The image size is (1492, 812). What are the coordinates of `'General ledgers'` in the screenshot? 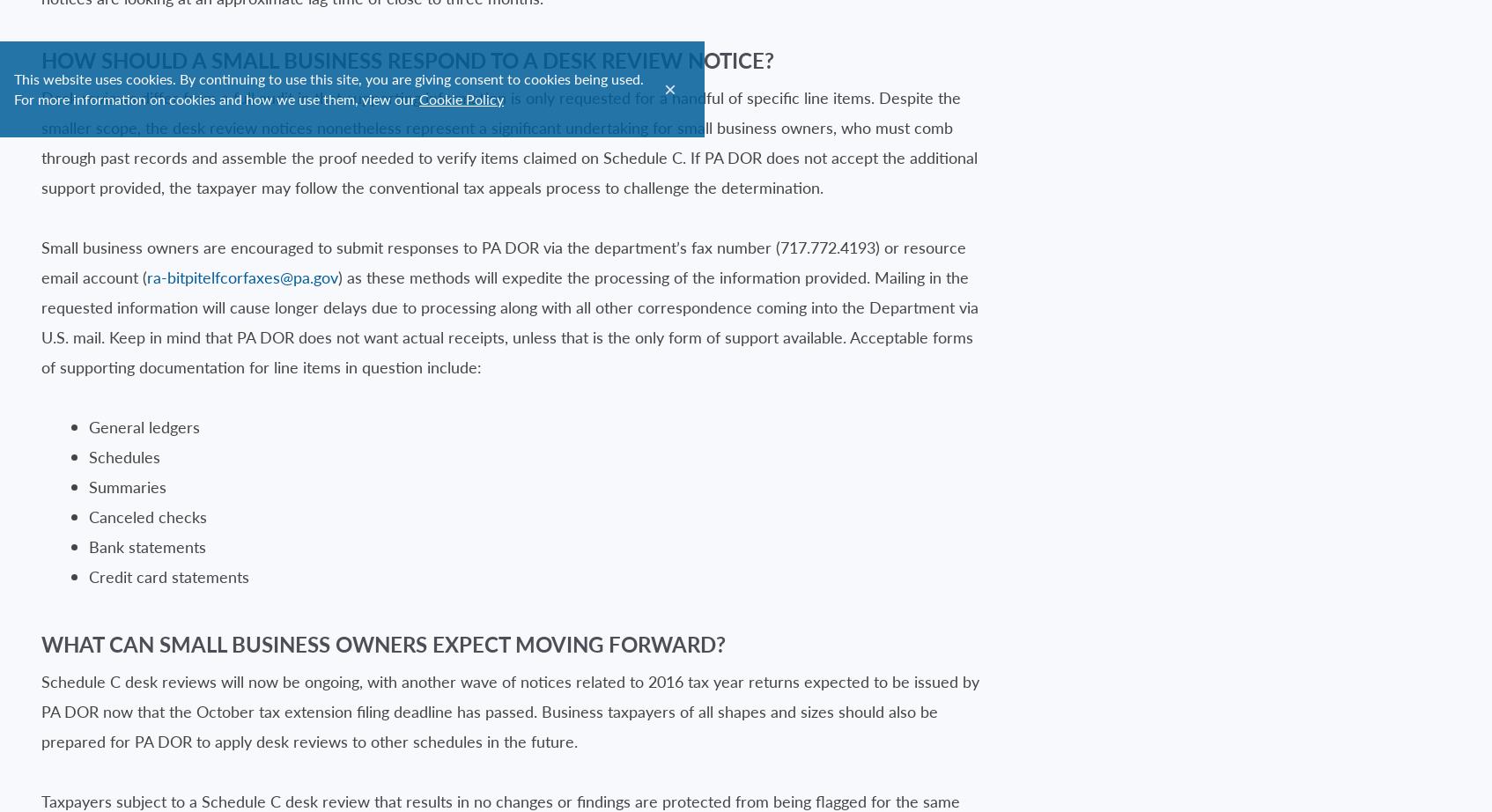 It's located at (143, 425).